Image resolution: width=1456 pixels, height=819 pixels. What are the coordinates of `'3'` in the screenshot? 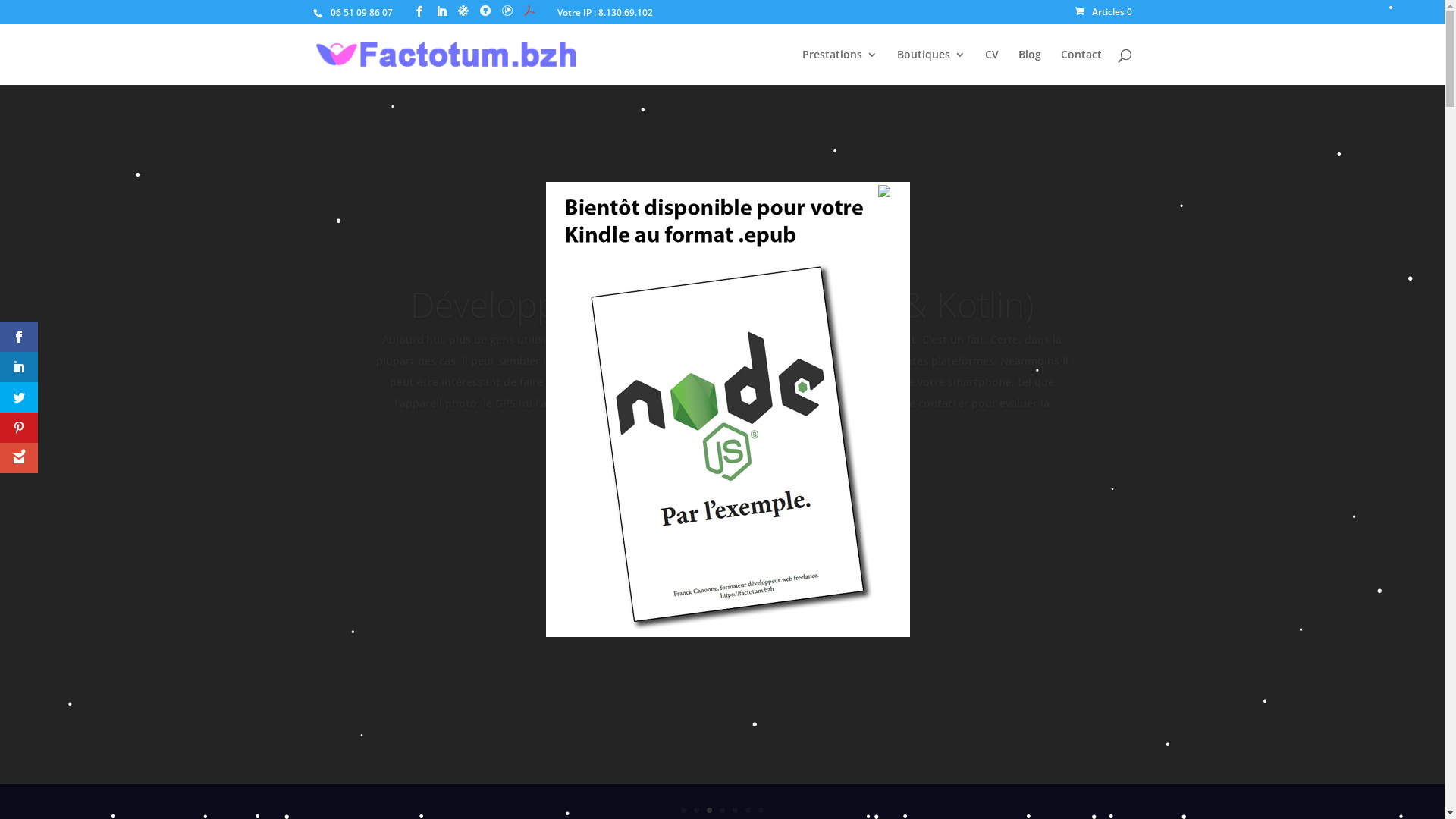 It's located at (708, 809).